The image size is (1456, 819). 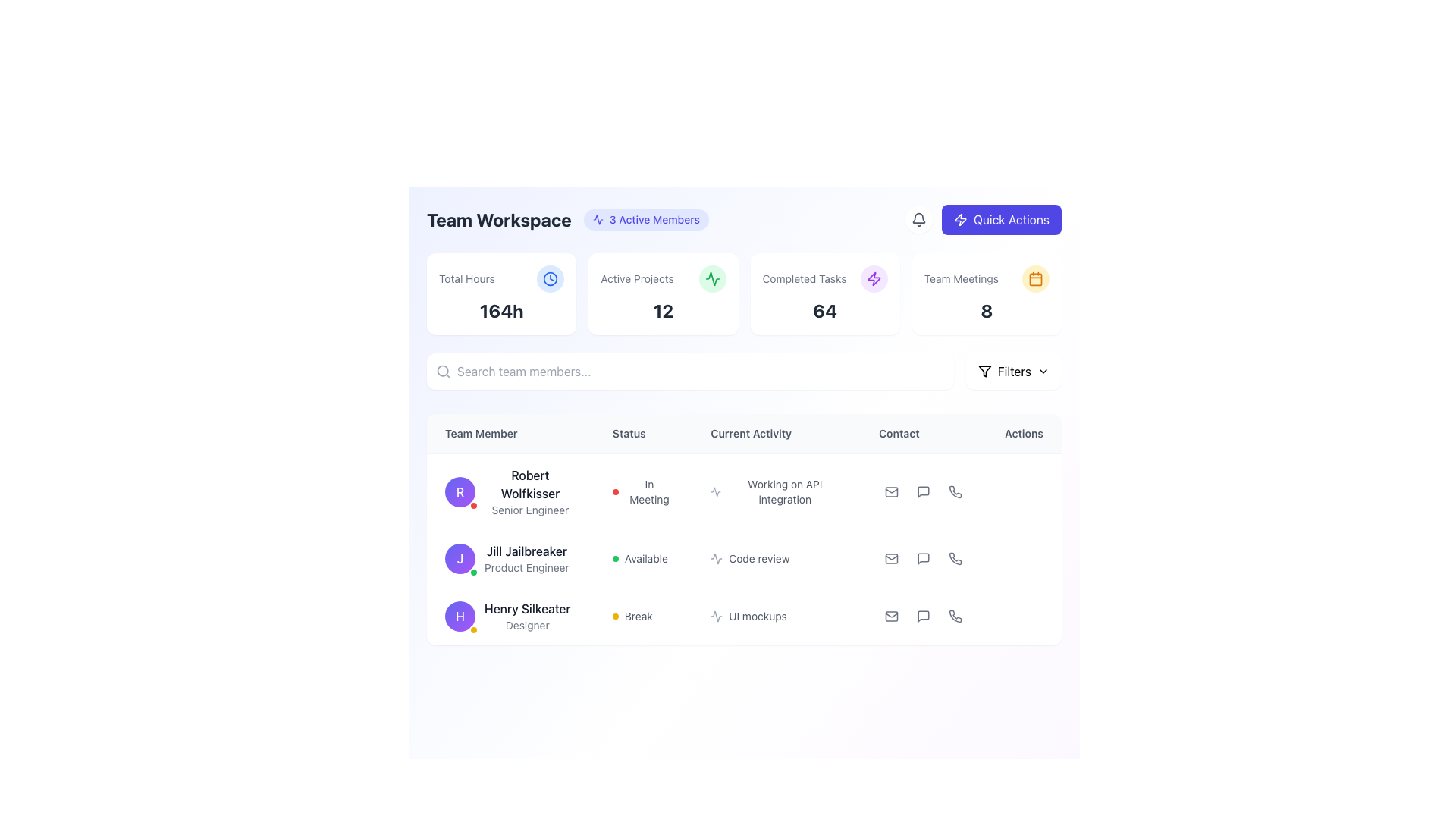 What do you see at coordinates (530, 491) in the screenshot?
I see `the text label displaying 'Robert Wolfkisser' and 'Senior Engineer' in the 'Team Member' column, positioned next to a purple circular avatar` at bounding box center [530, 491].